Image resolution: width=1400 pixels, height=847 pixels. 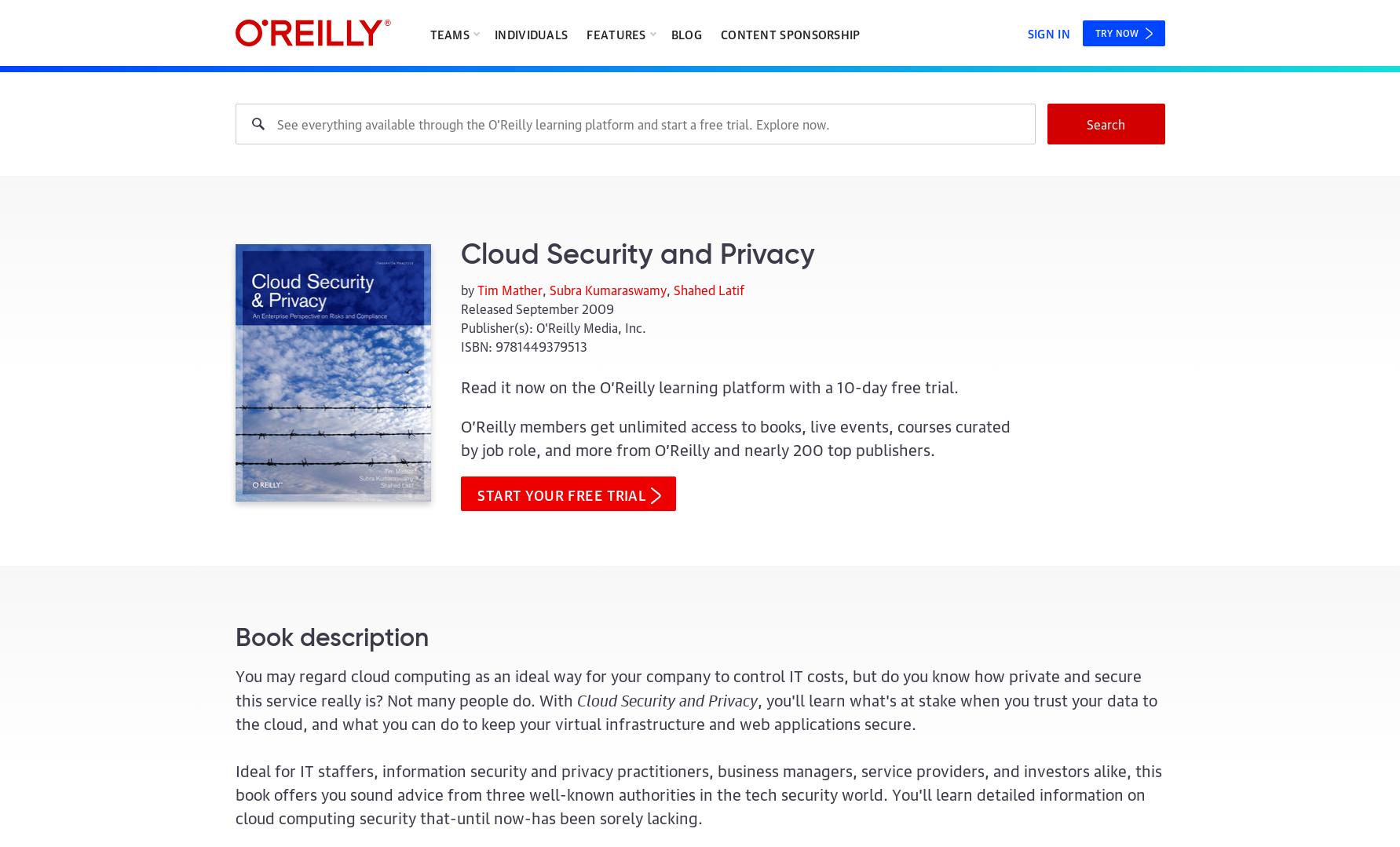 I want to click on 'Ideal for IT staffers, information security and privacy practitioners, business managers, service providers, and investors alike, this book offers you sound advice from three well-known authorities in the tech security world. You'll learn detailed information on cloud computing security that-until now-has been sorely lacking.', so click(x=698, y=793).